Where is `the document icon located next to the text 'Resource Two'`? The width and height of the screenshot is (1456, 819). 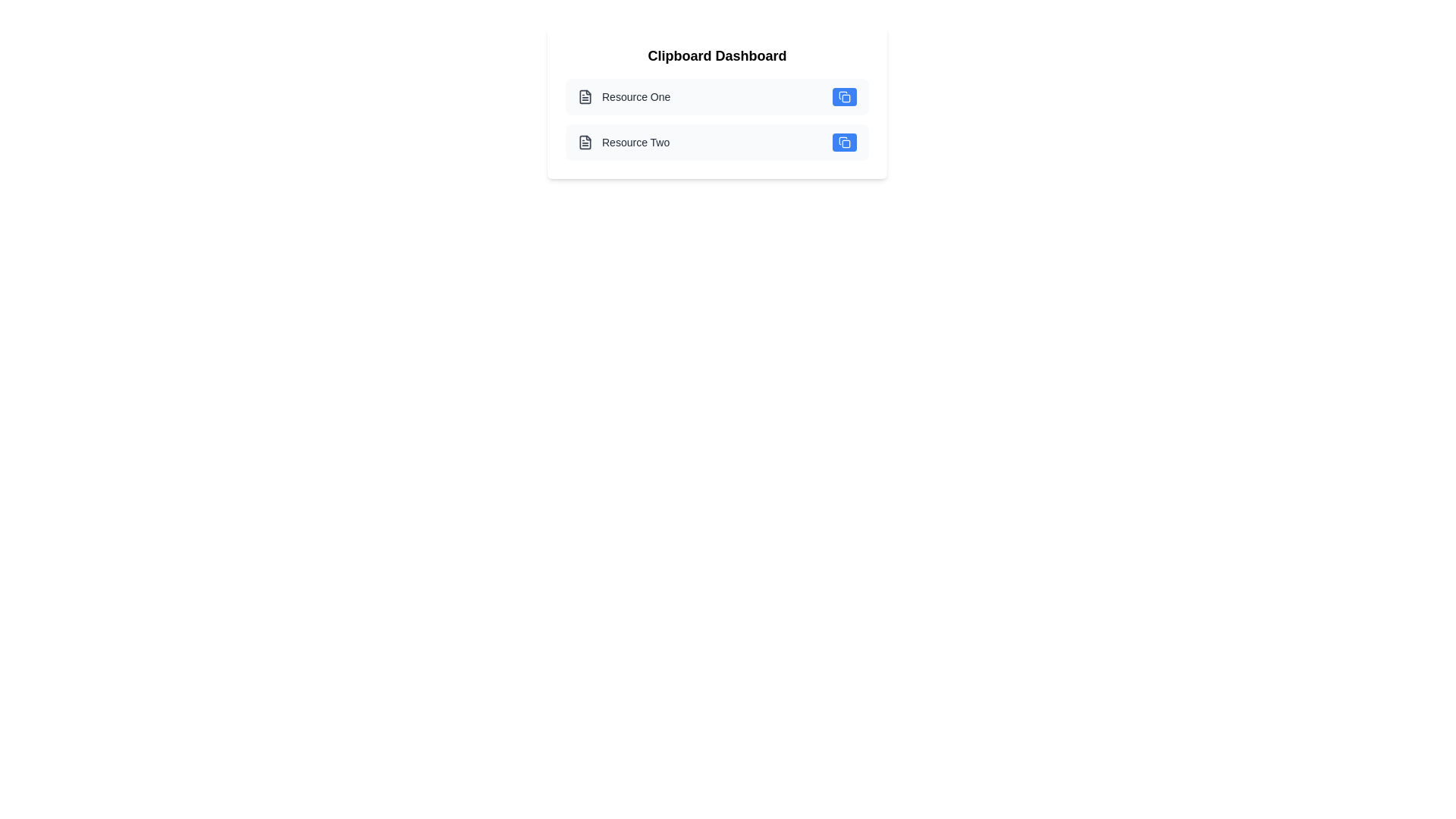
the document icon located next to the text 'Resource Two' is located at coordinates (585, 143).